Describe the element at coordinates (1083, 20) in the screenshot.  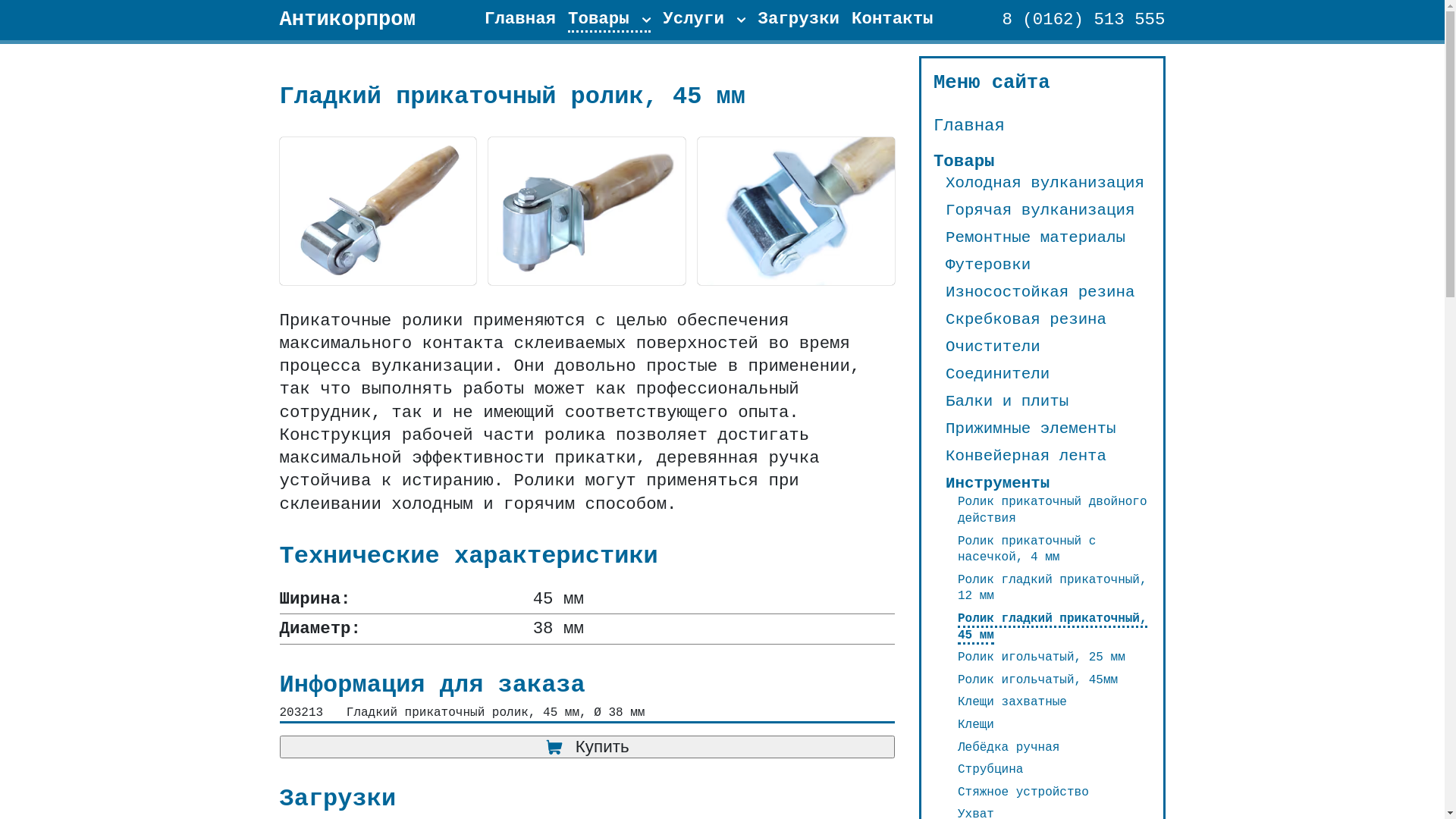
I see `'8 (0162) 513 555'` at that location.